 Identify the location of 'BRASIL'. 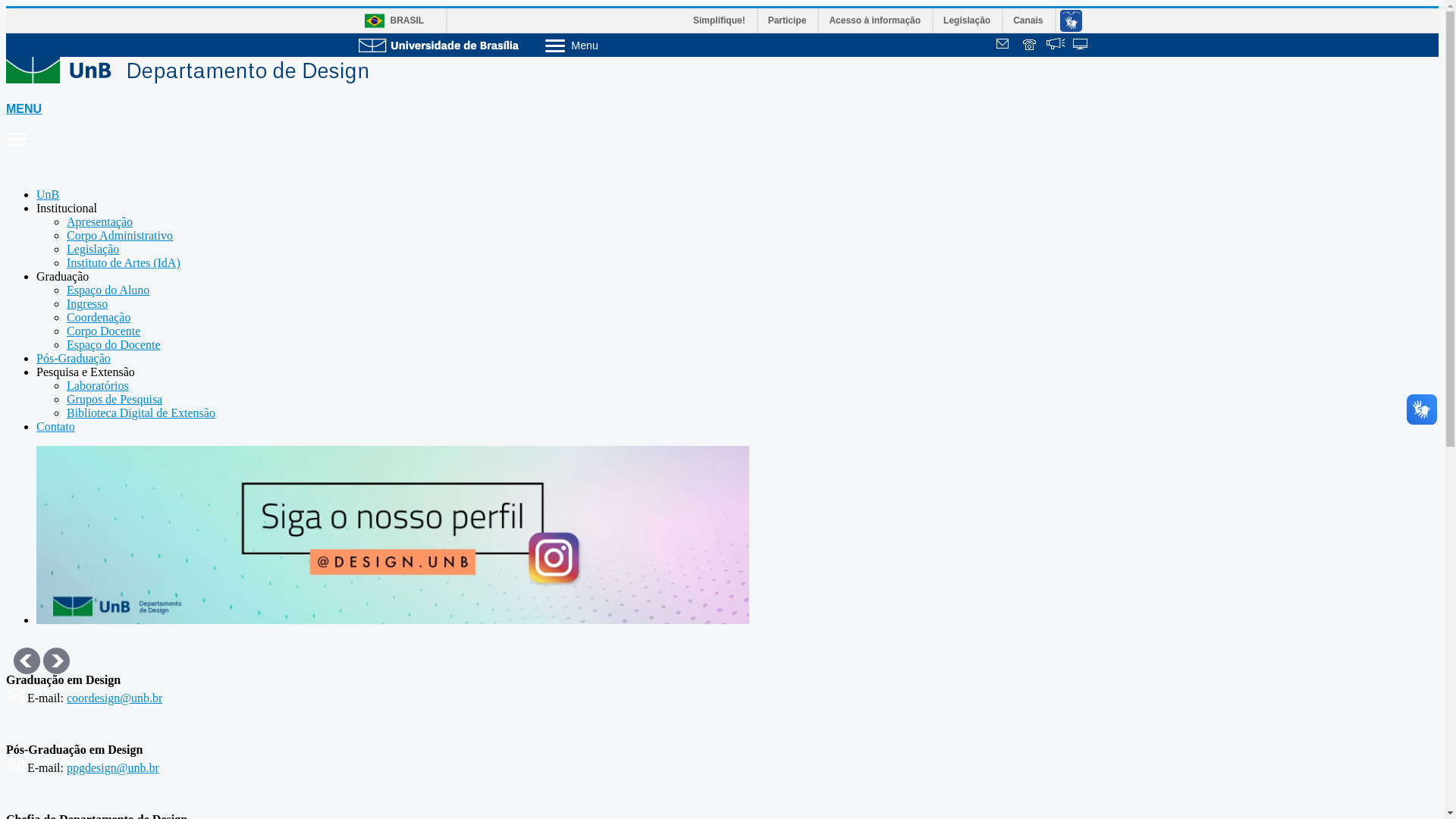
(390, 20).